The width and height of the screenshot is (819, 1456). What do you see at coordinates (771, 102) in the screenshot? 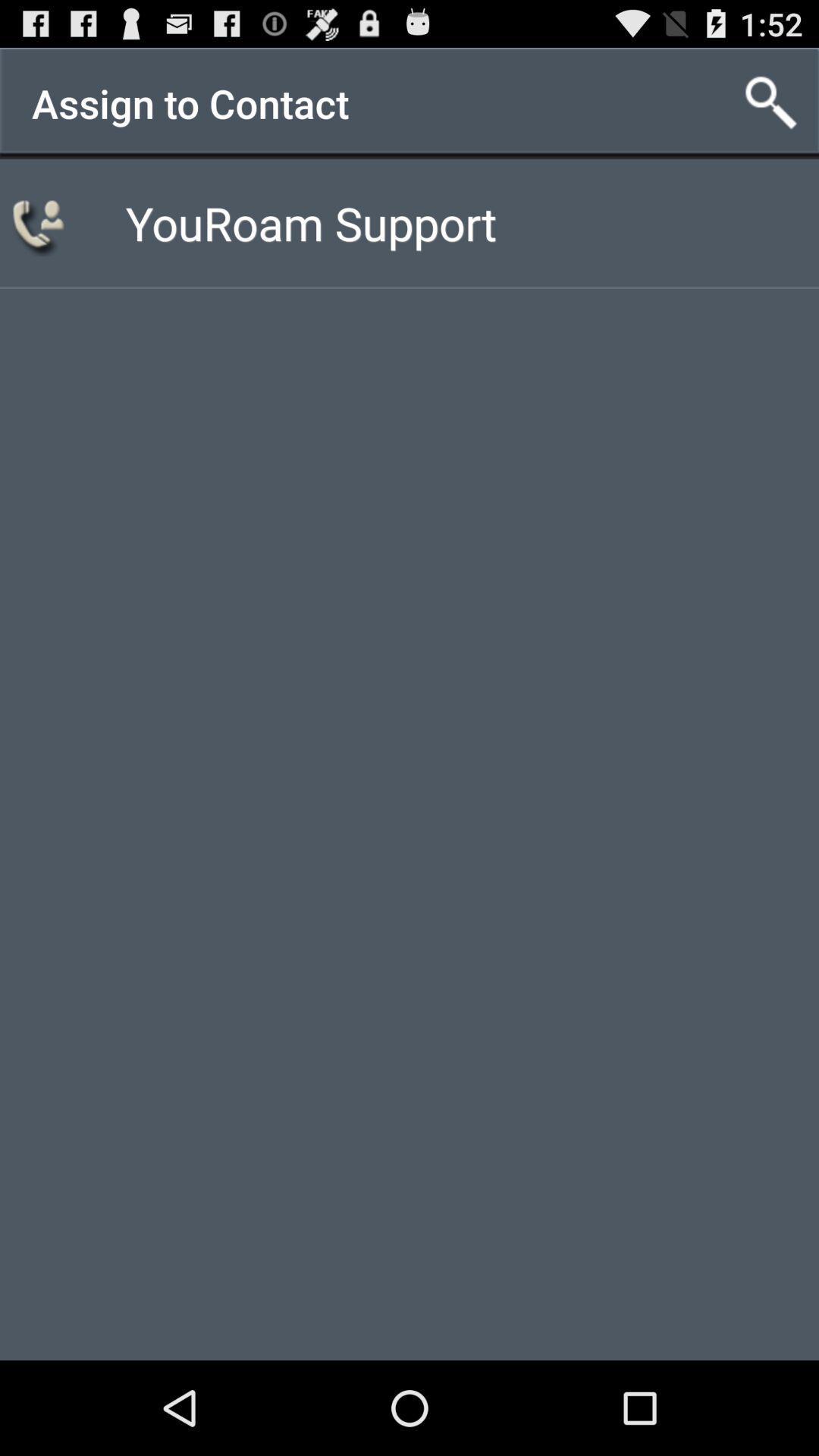
I see `the item to the right of the assign to contact app` at bounding box center [771, 102].